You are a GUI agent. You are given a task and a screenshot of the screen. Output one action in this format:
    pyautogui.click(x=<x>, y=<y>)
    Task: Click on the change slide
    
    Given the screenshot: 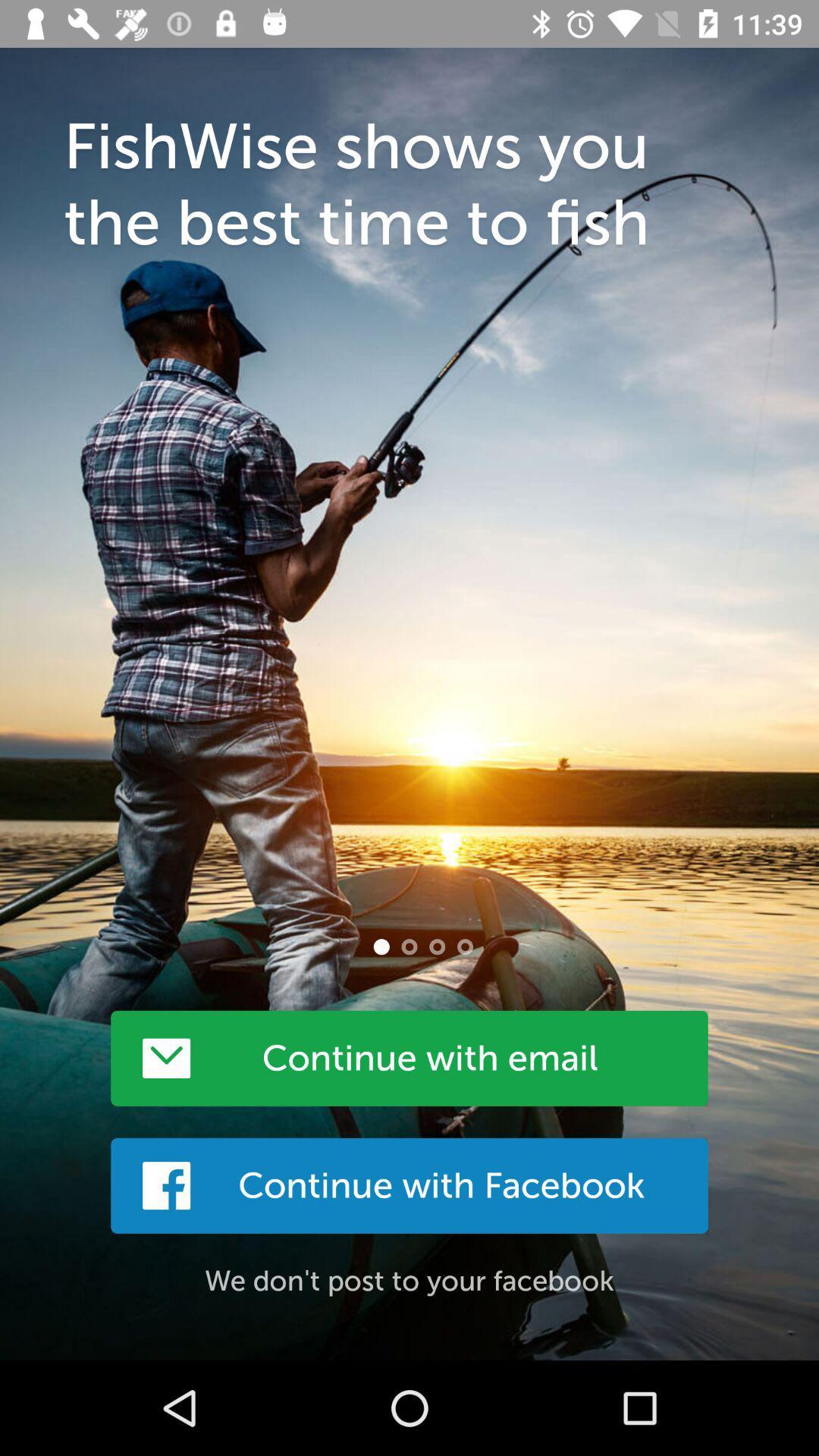 What is the action you would take?
    pyautogui.click(x=409, y=946)
    